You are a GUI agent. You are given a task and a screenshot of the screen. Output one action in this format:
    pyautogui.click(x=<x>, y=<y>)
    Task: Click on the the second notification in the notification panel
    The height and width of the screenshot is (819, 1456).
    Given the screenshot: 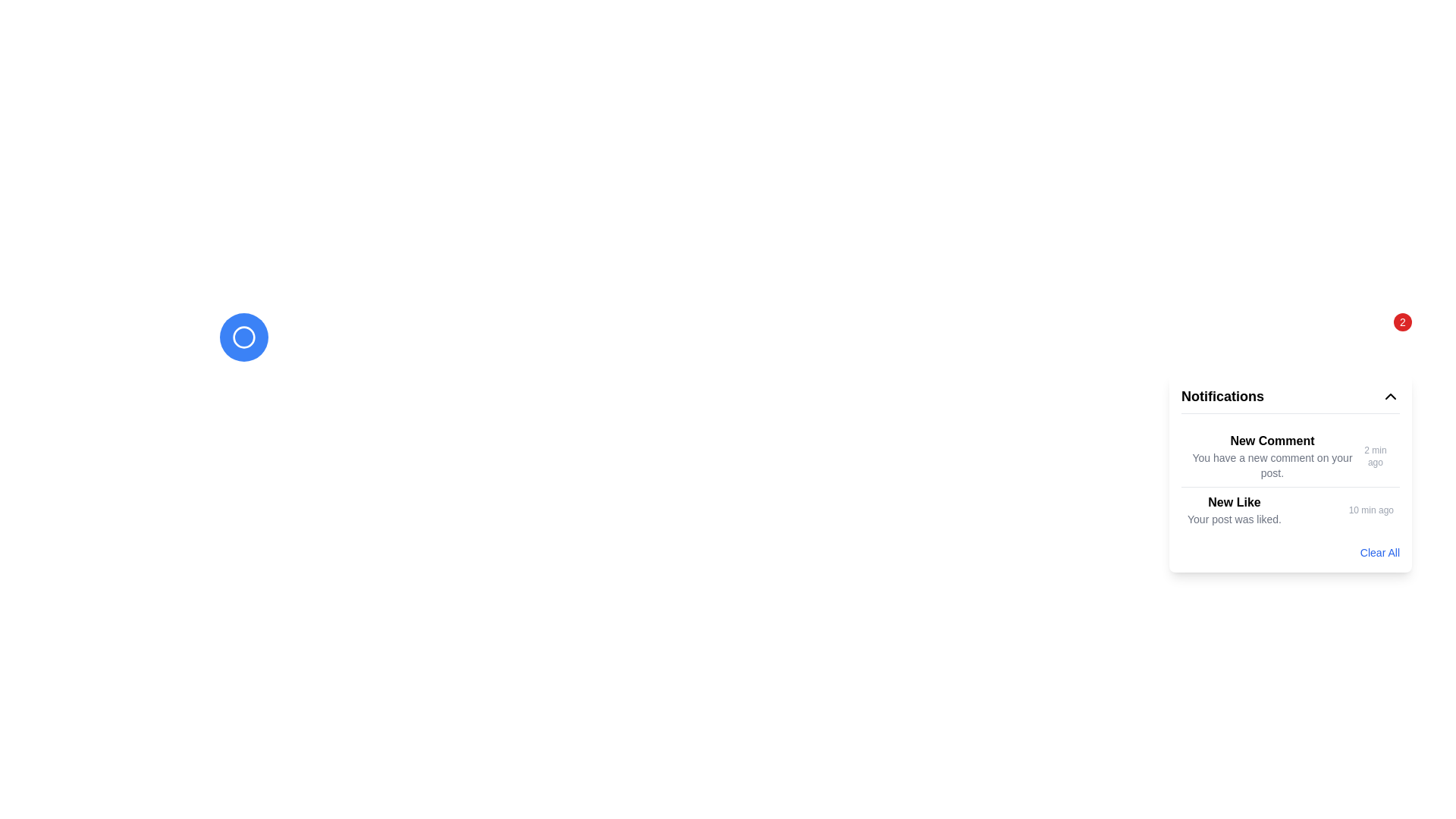 What is the action you would take?
    pyautogui.click(x=1290, y=479)
    